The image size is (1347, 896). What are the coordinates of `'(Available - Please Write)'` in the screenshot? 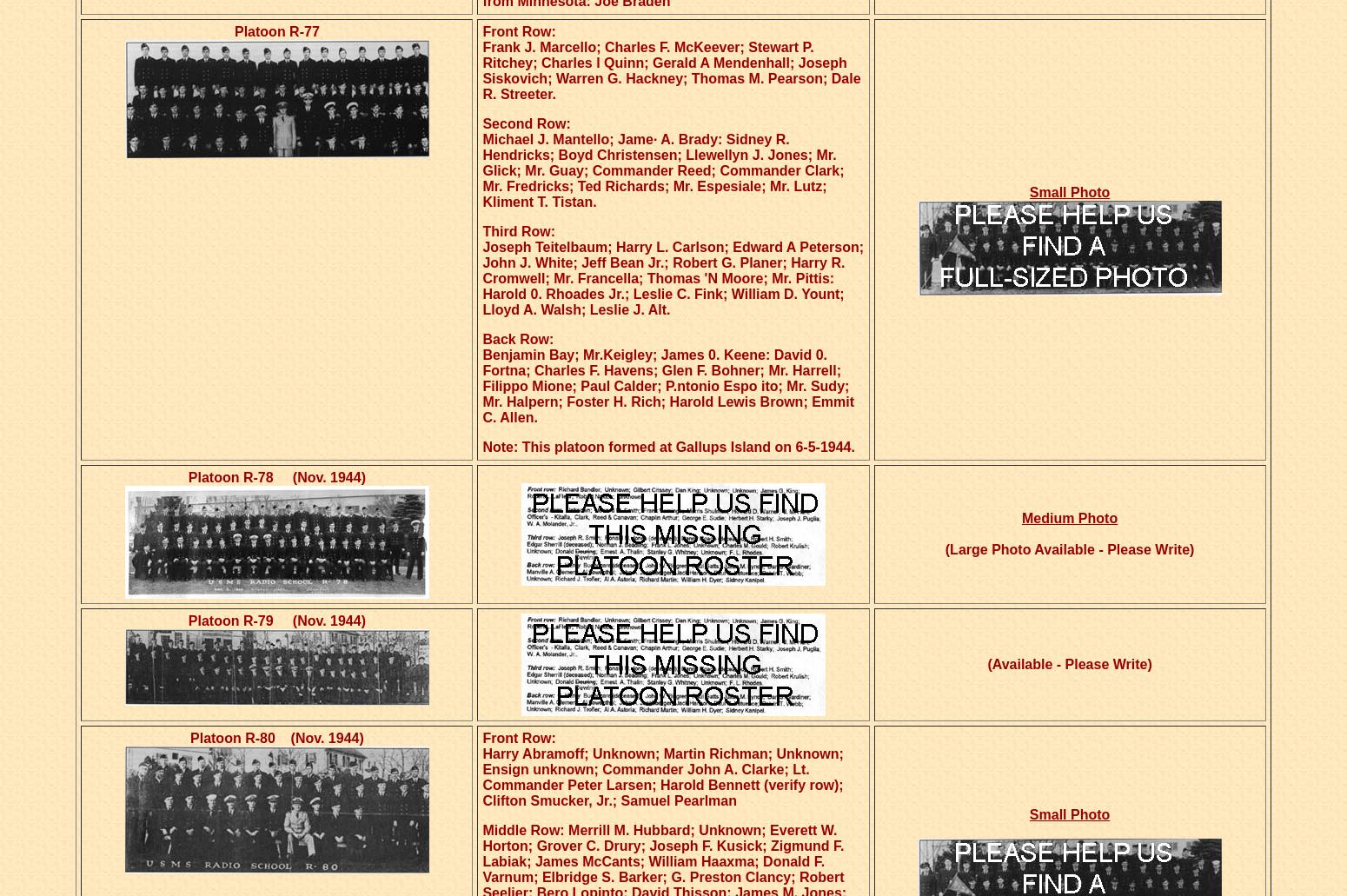 It's located at (1069, 663).